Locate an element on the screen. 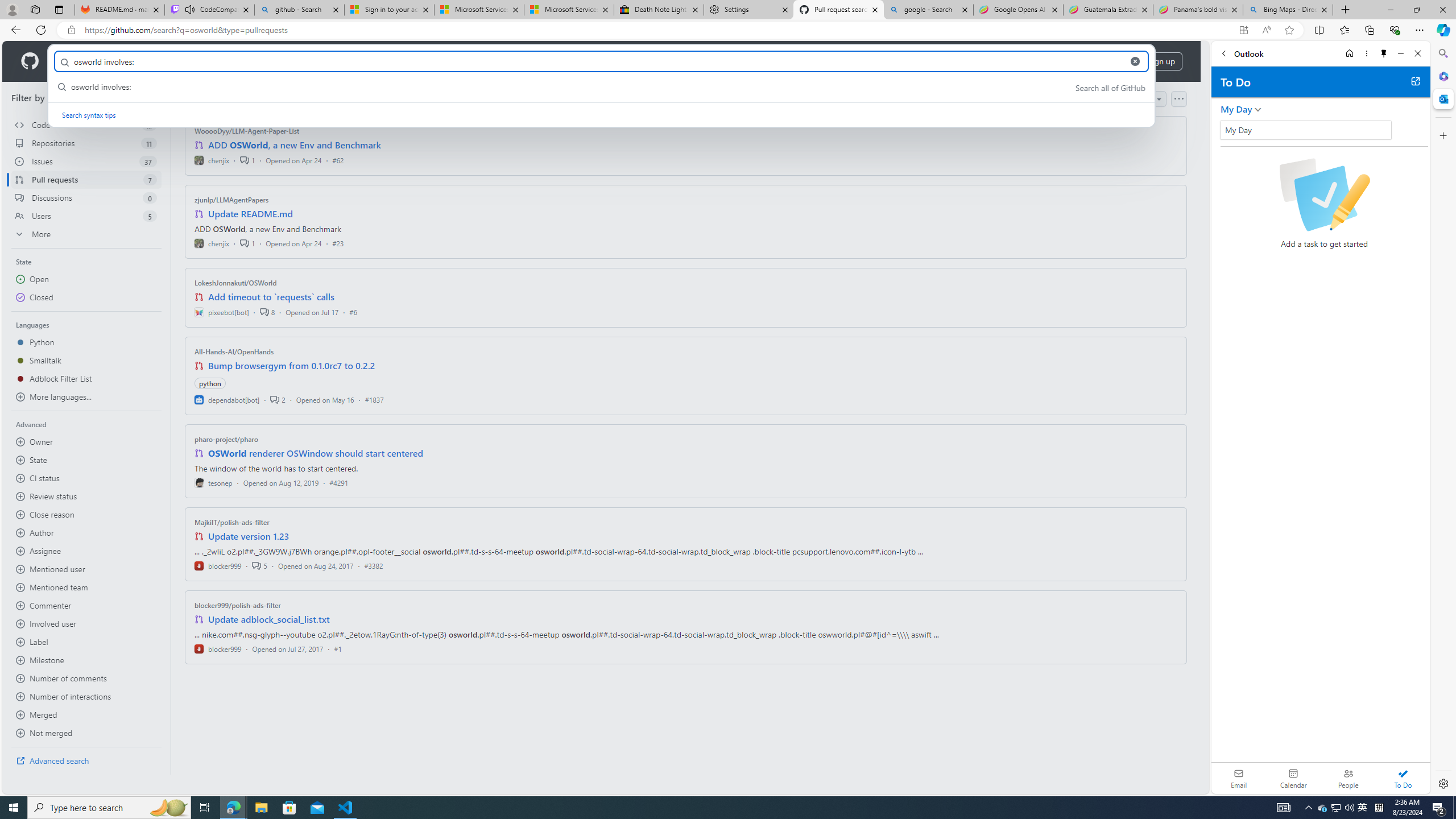 The image size is (1456, 819). '8' is located at coordinates (266, 311).